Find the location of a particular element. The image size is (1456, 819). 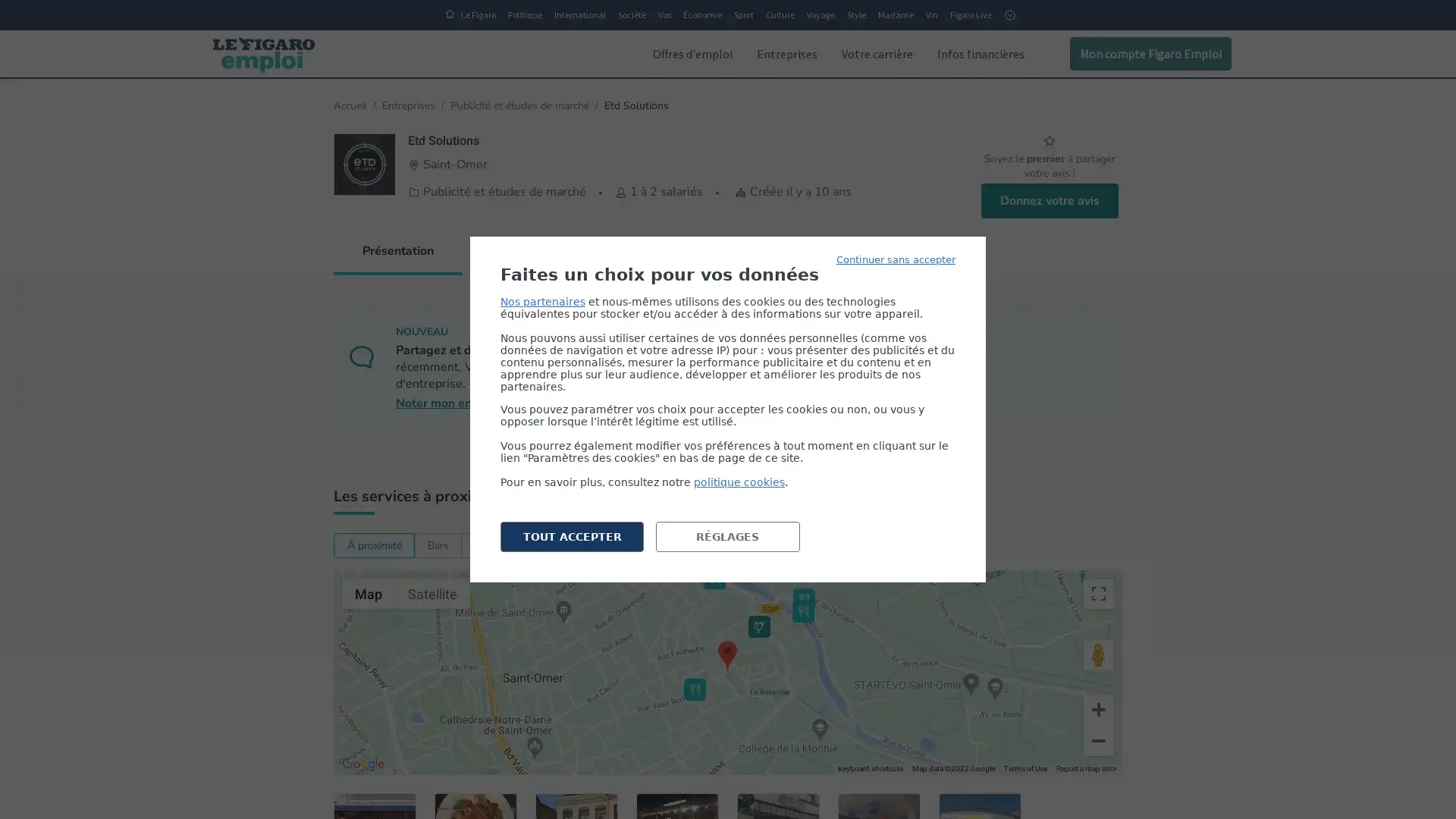

Maharaja is located at coordinates (802, 610).